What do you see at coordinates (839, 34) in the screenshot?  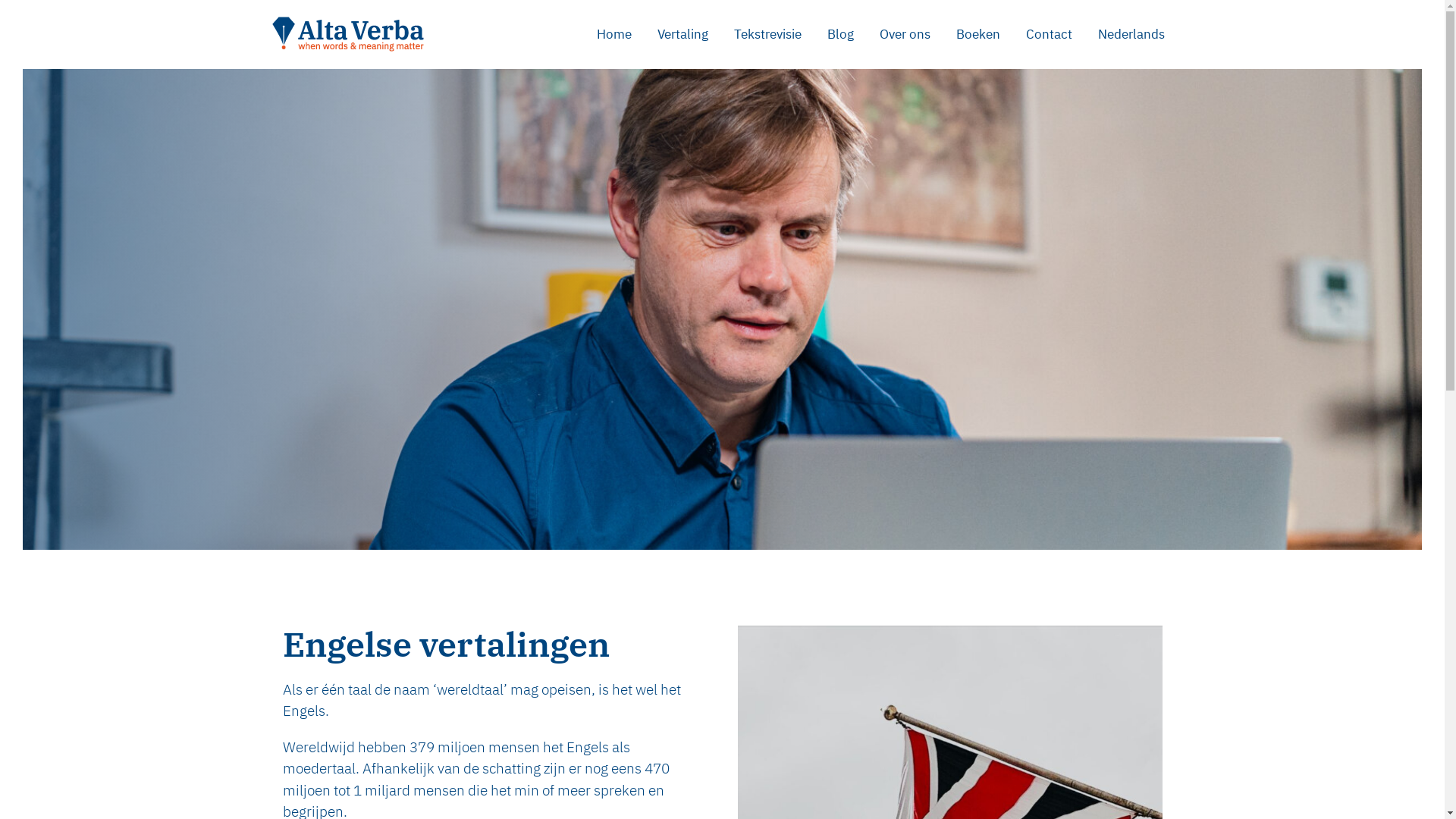 I see `'Blog'` at bounding box center [839, 34].